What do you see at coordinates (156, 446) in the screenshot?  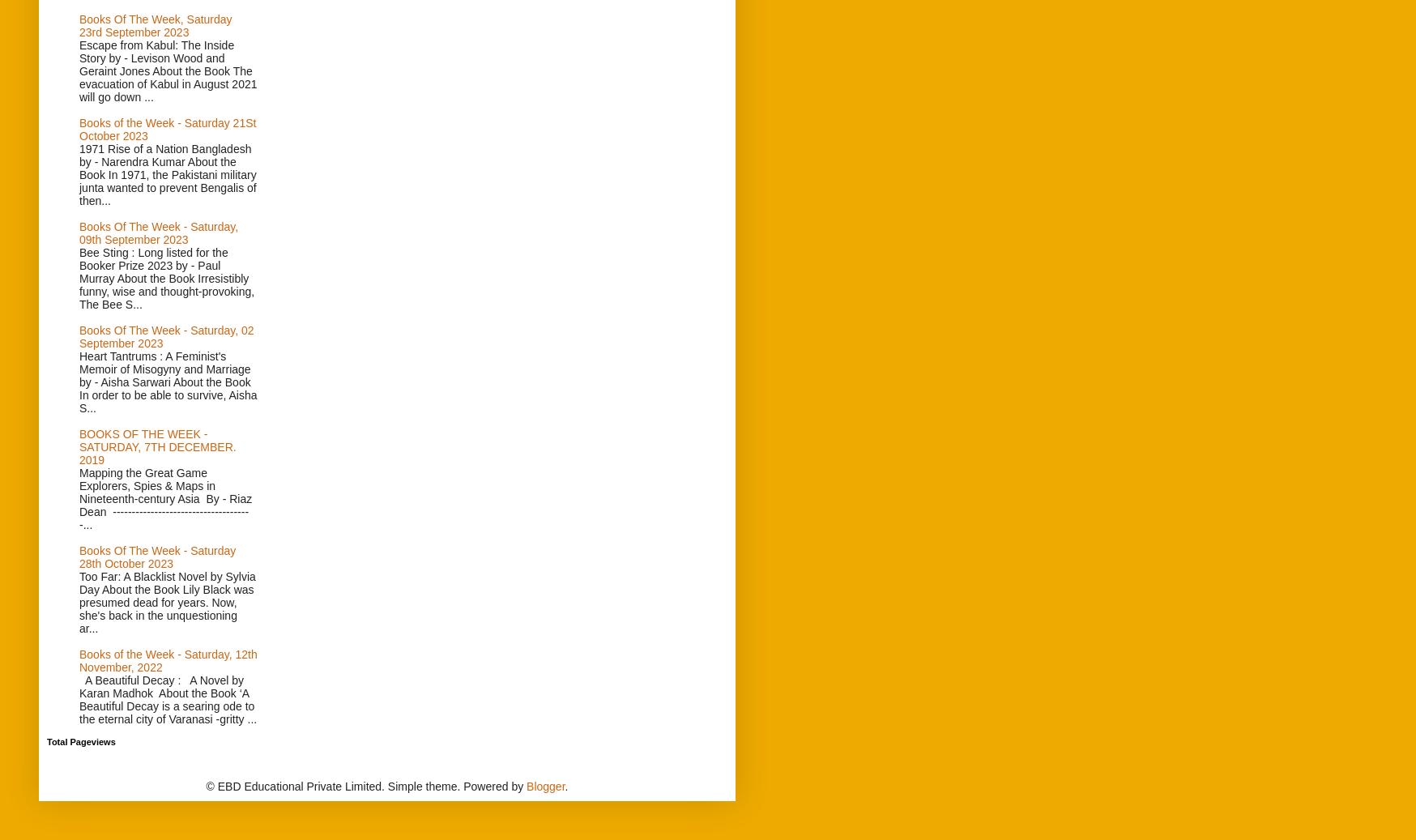 I see `'BOOKS OF THE WEEK - SATURDAY, 7TH DECEMBER. 2019'` at bounding box center [156, 446].